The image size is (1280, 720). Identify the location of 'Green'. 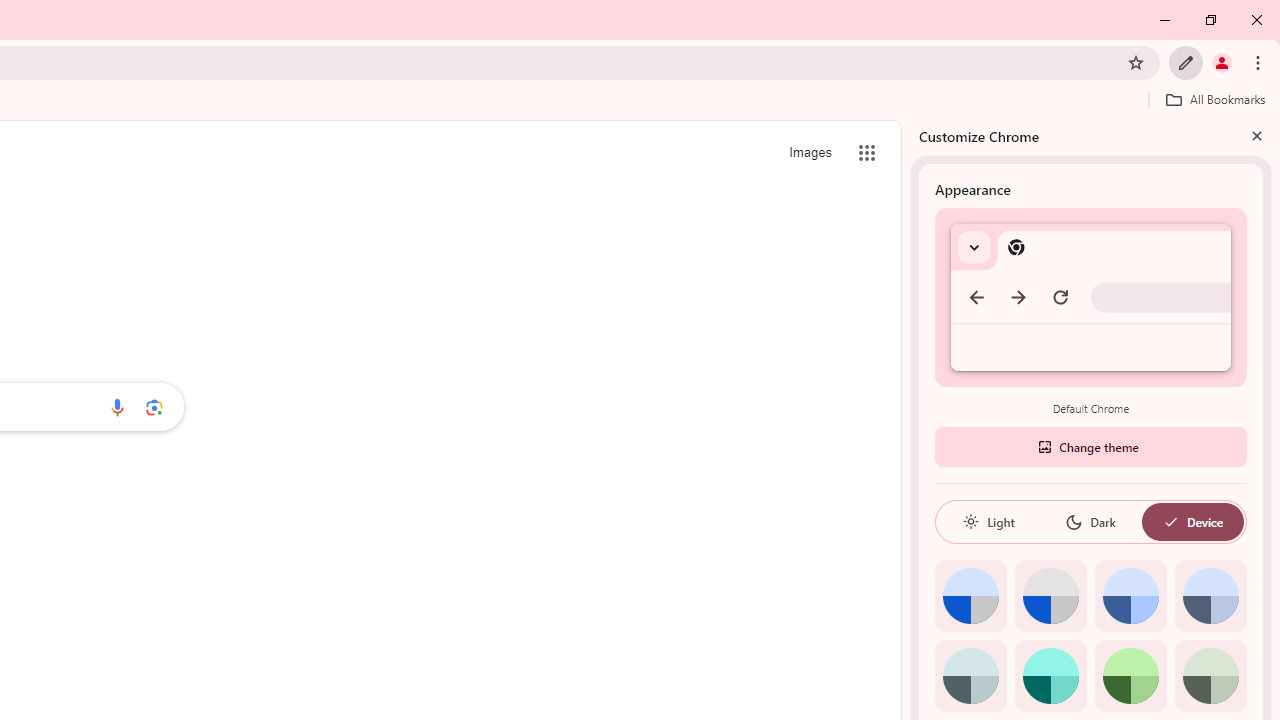
(1130, 675).